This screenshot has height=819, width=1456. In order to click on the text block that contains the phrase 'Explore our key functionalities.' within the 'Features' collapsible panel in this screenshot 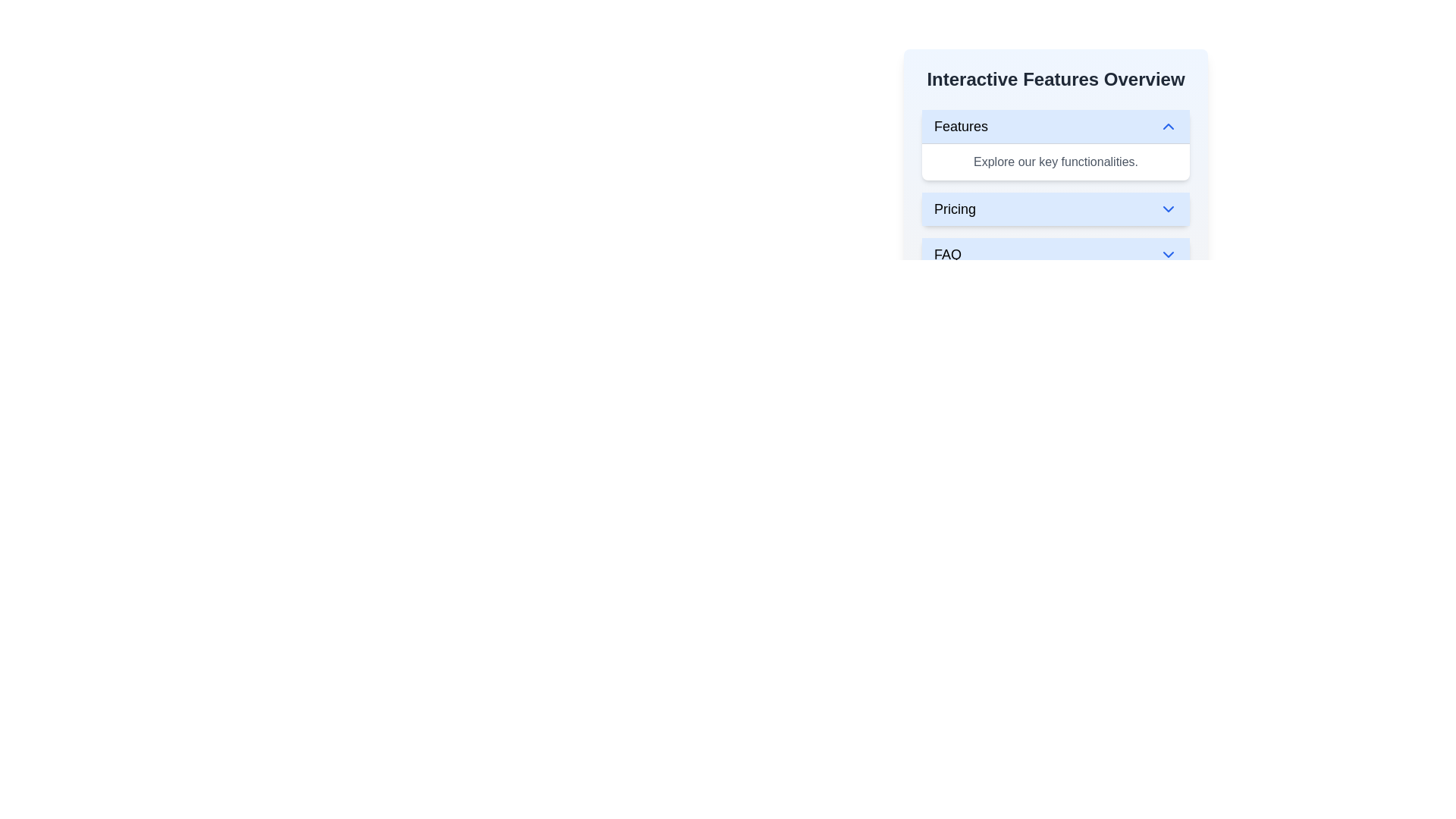, I will do `click(1055, 162)`.